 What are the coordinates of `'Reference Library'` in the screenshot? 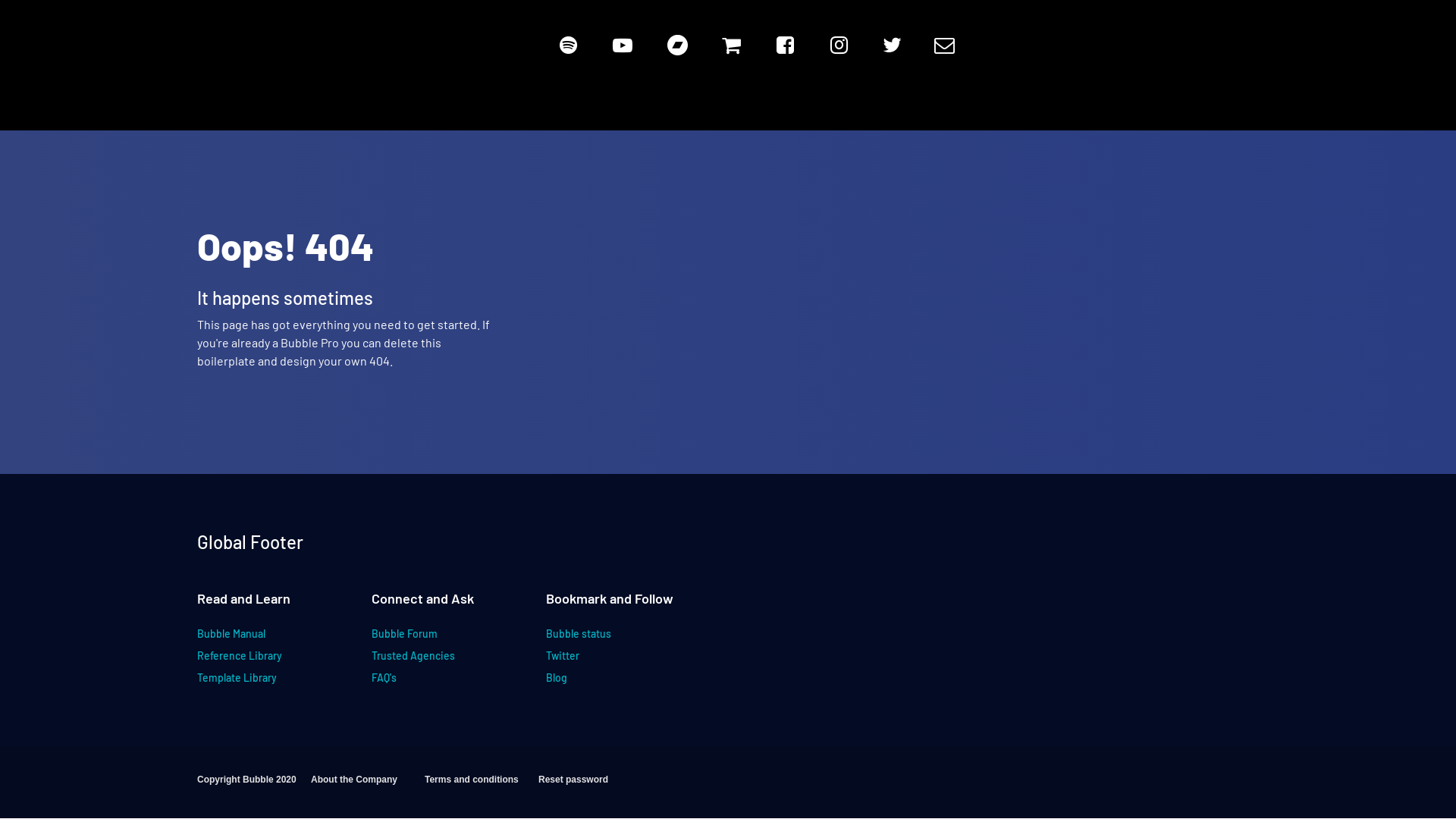 It's located at (254, 661).